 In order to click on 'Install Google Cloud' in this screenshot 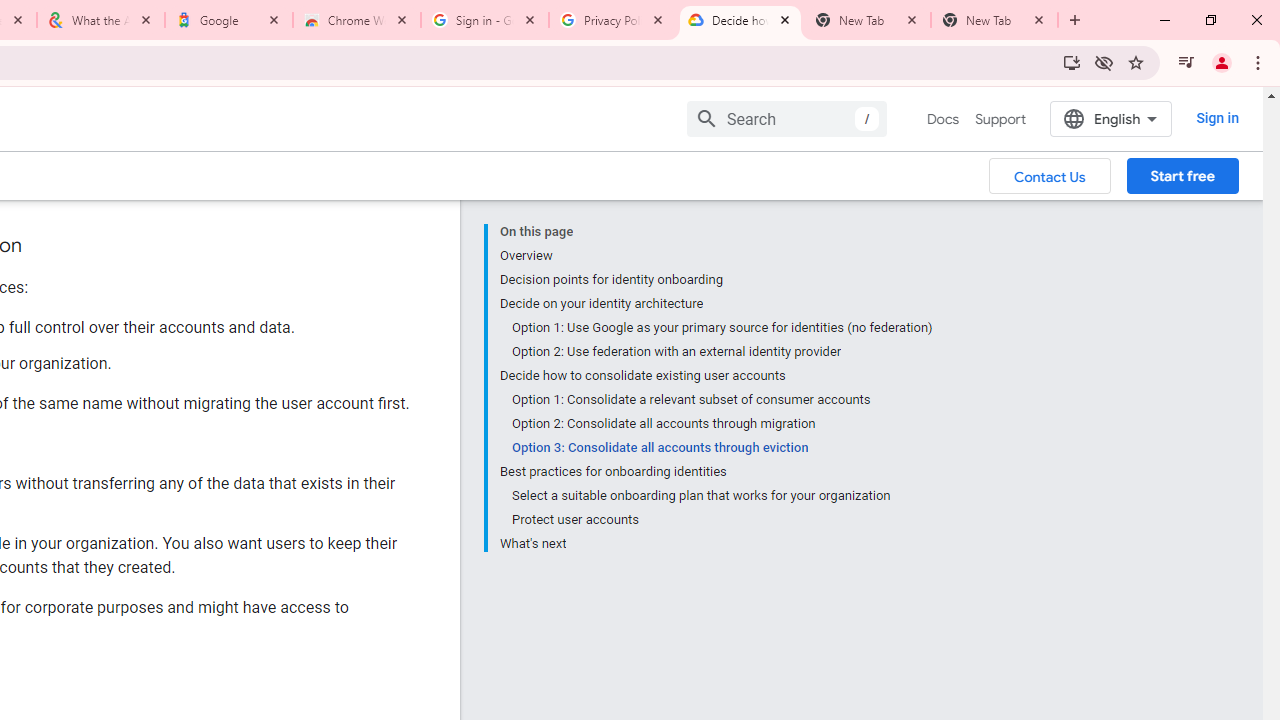, I will do `click(1071, 61)`.